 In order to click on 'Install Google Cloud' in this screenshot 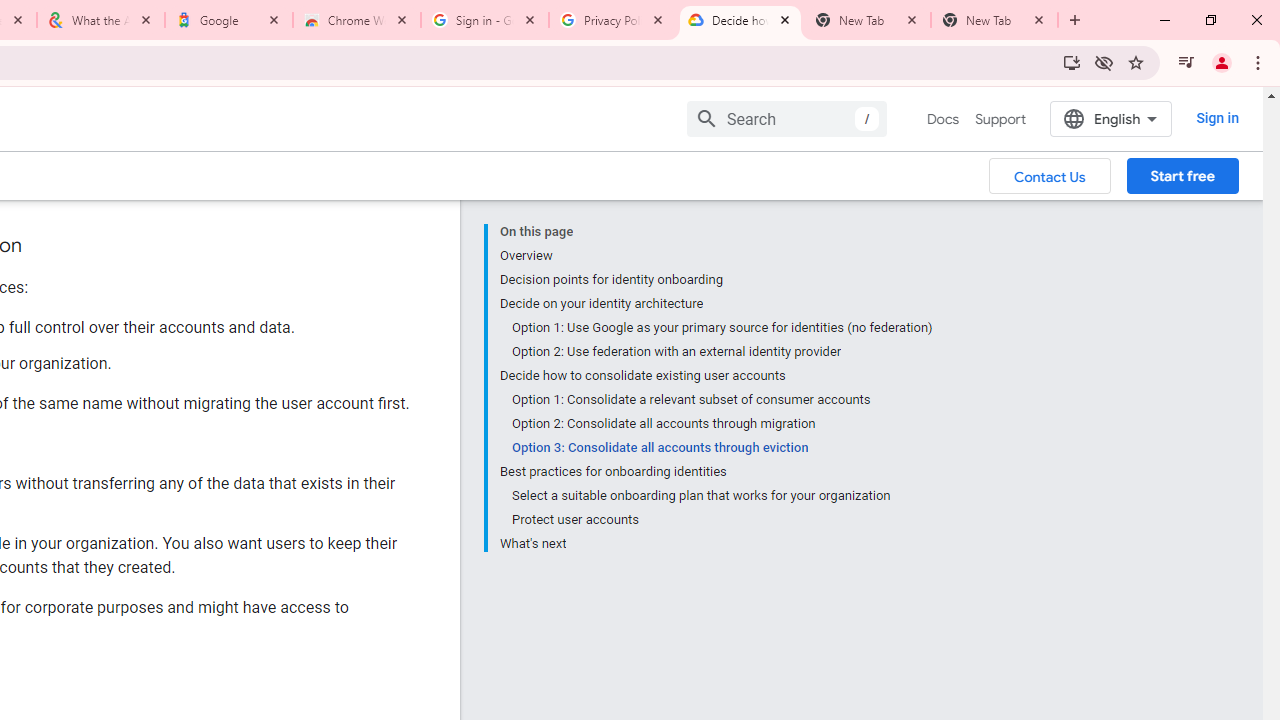, I will do `click(1071, 61)`.